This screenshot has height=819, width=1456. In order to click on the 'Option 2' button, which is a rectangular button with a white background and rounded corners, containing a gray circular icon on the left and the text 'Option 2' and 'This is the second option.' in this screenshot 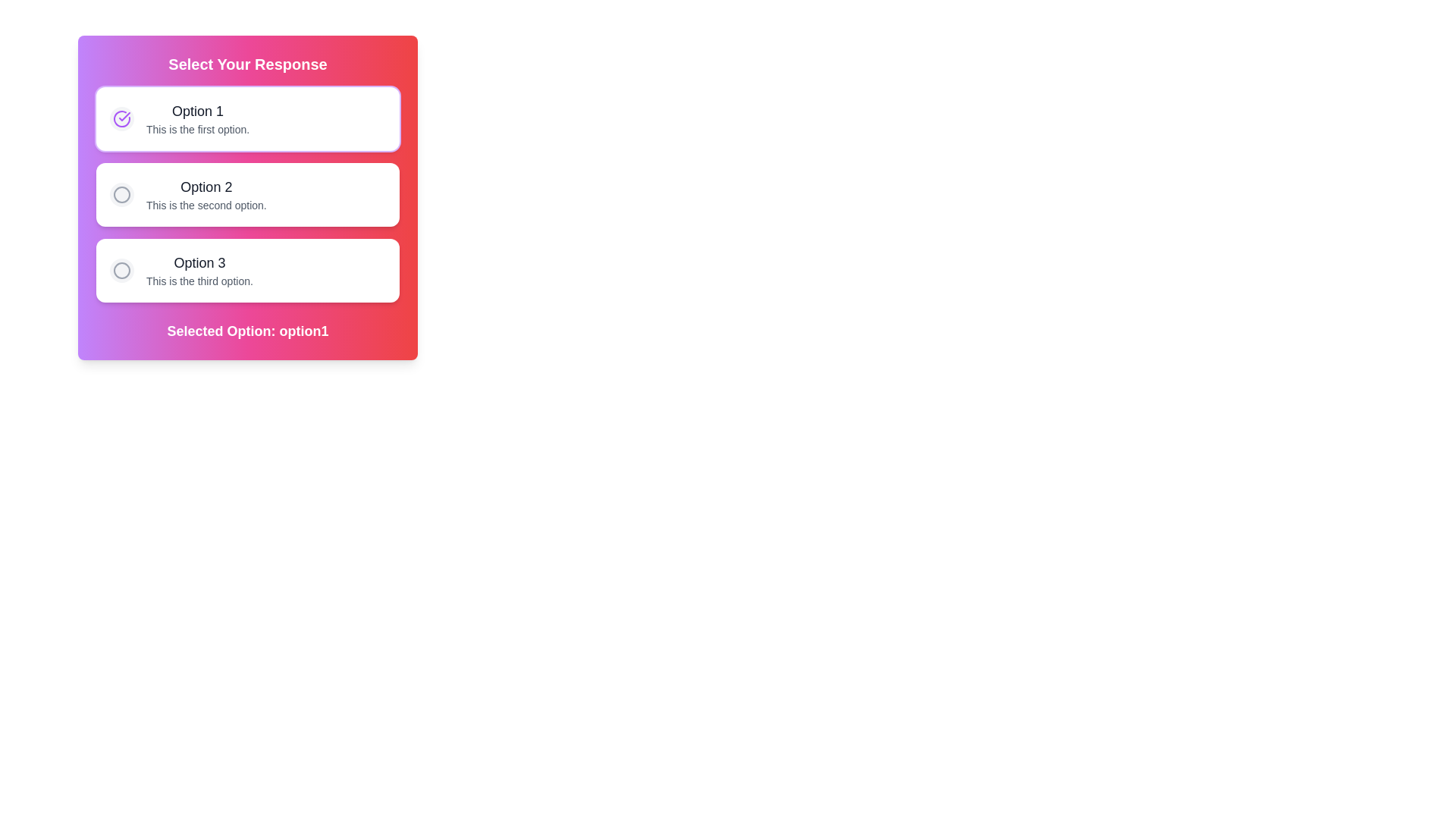, I will do `click(247, 194)`.